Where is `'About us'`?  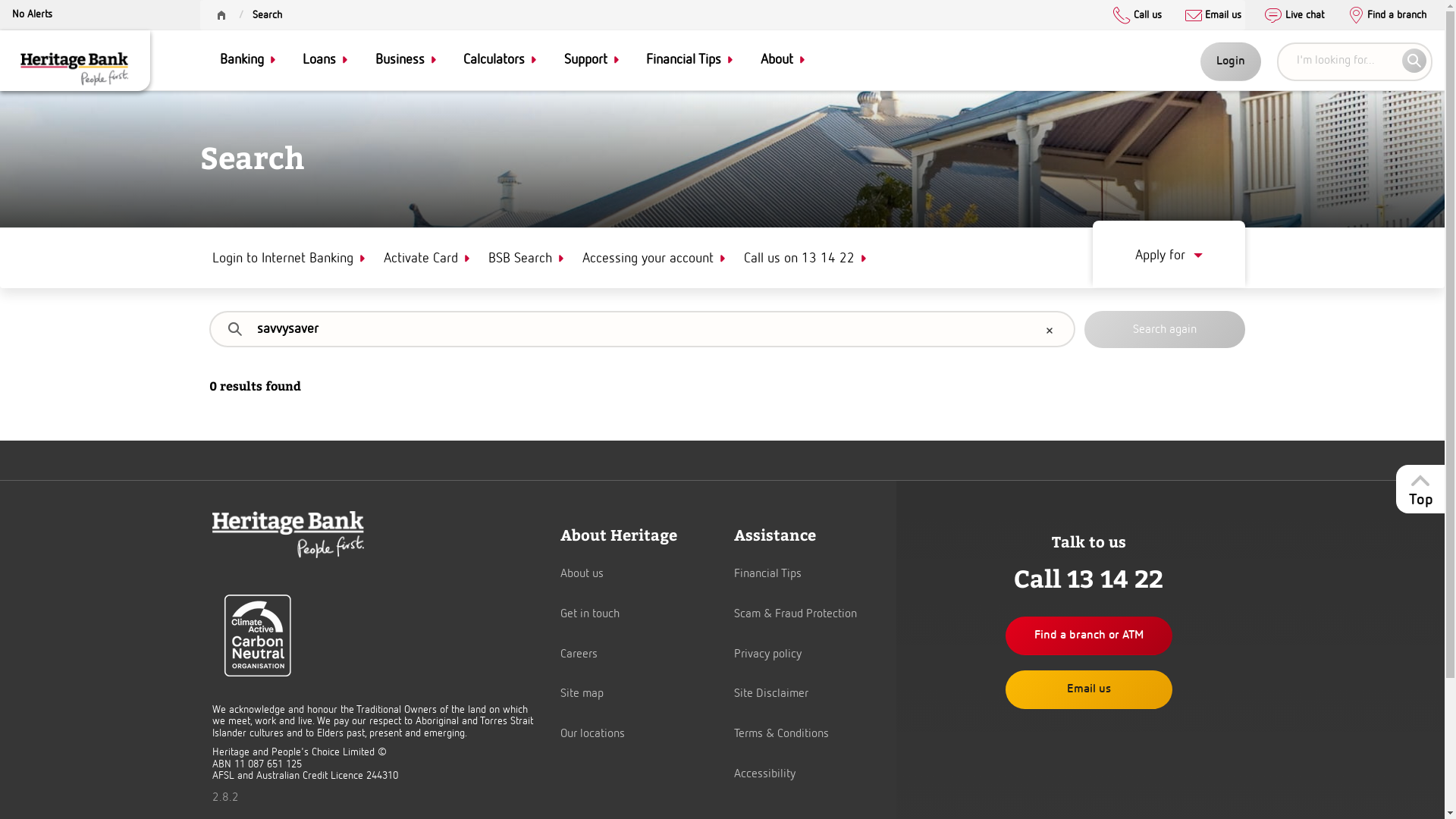
'About us' is located at coordinates (581, 573).